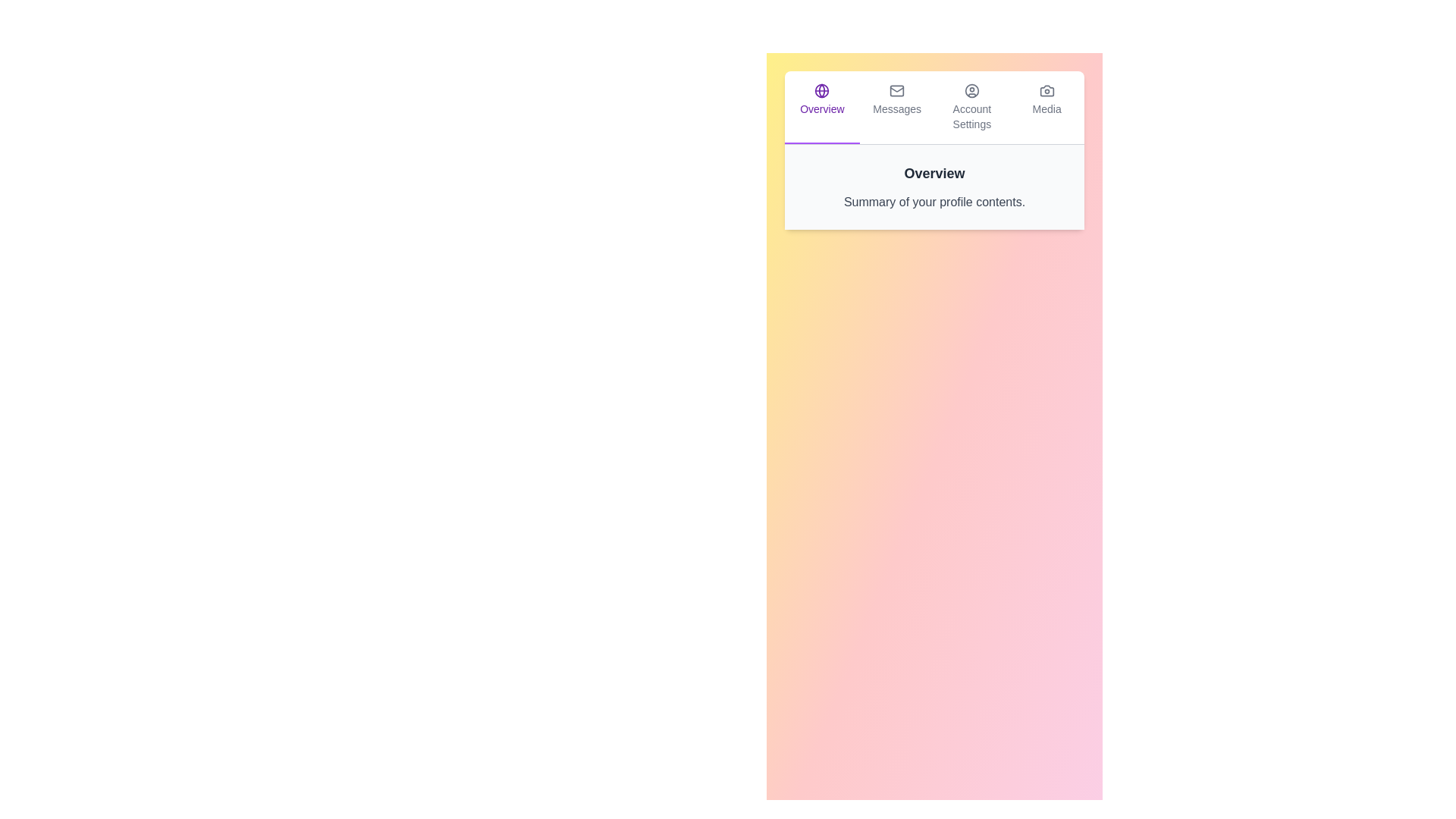  I want to click on the tab labeled Overview, so click(821, 107).